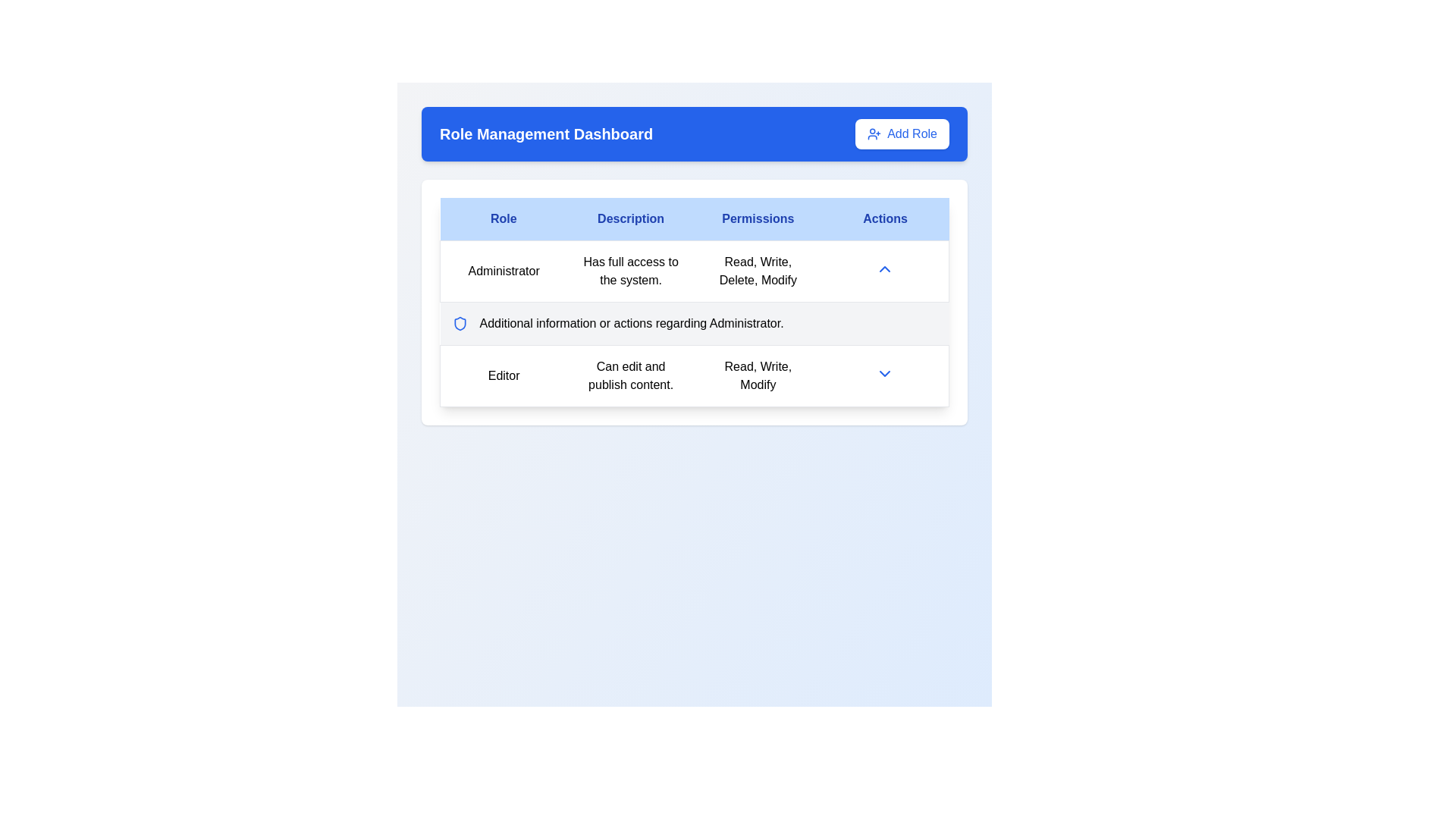  Describe the element at coordinates (902, 133) in the screenshot. I see `the button located on the right-hand side of the blue header banner titled 'Role Management Dashboard'` at that location.